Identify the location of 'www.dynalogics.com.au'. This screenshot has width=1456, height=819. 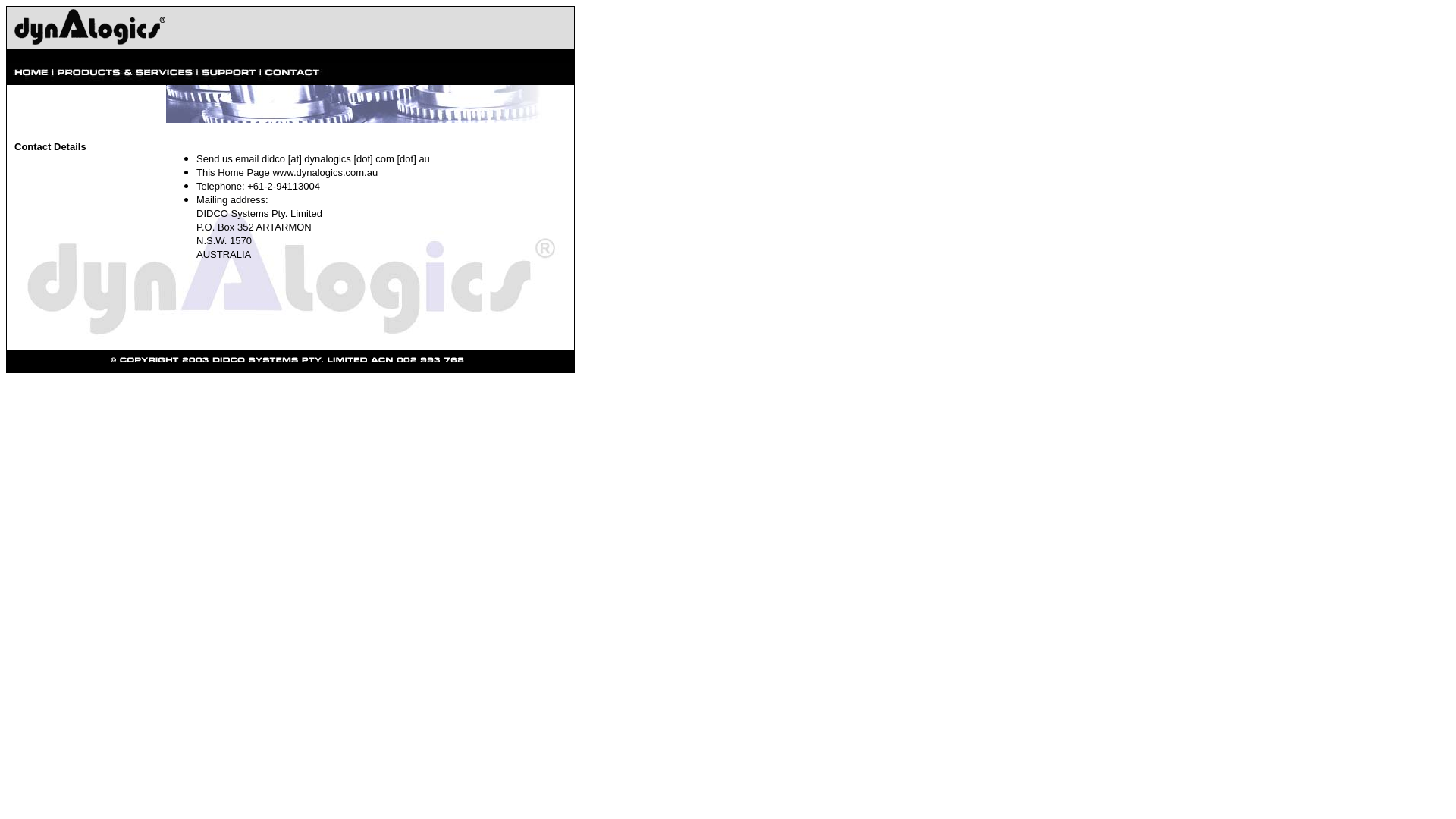
(324, 171).